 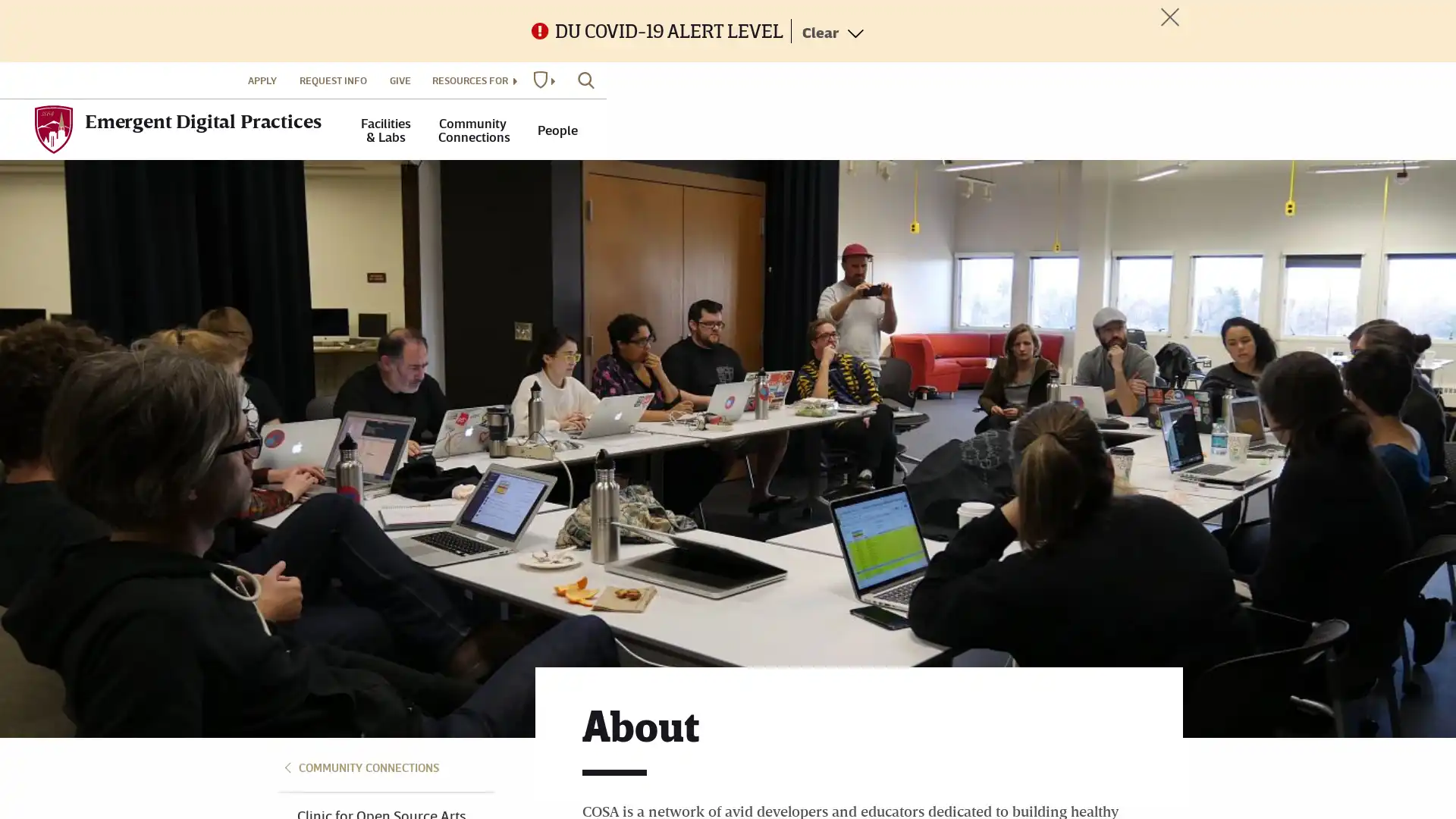 What do you see at coordinates (1161, 80) in the screenshot?
I see `SEARCH` at bounding box center [1161, 80].